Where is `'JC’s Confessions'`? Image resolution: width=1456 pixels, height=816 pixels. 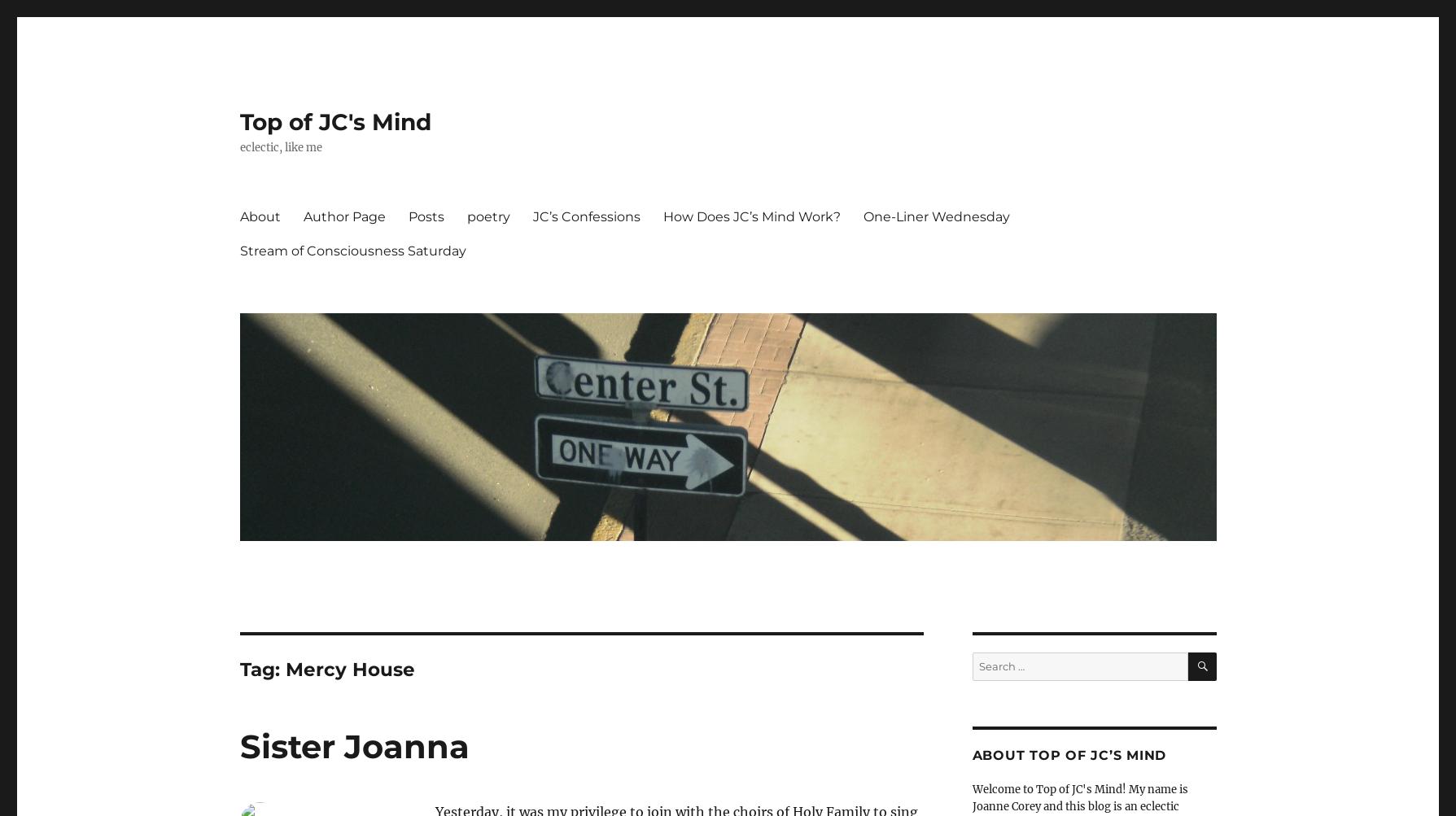 'JC’s Confessions' is located at coordinates (532, 216).